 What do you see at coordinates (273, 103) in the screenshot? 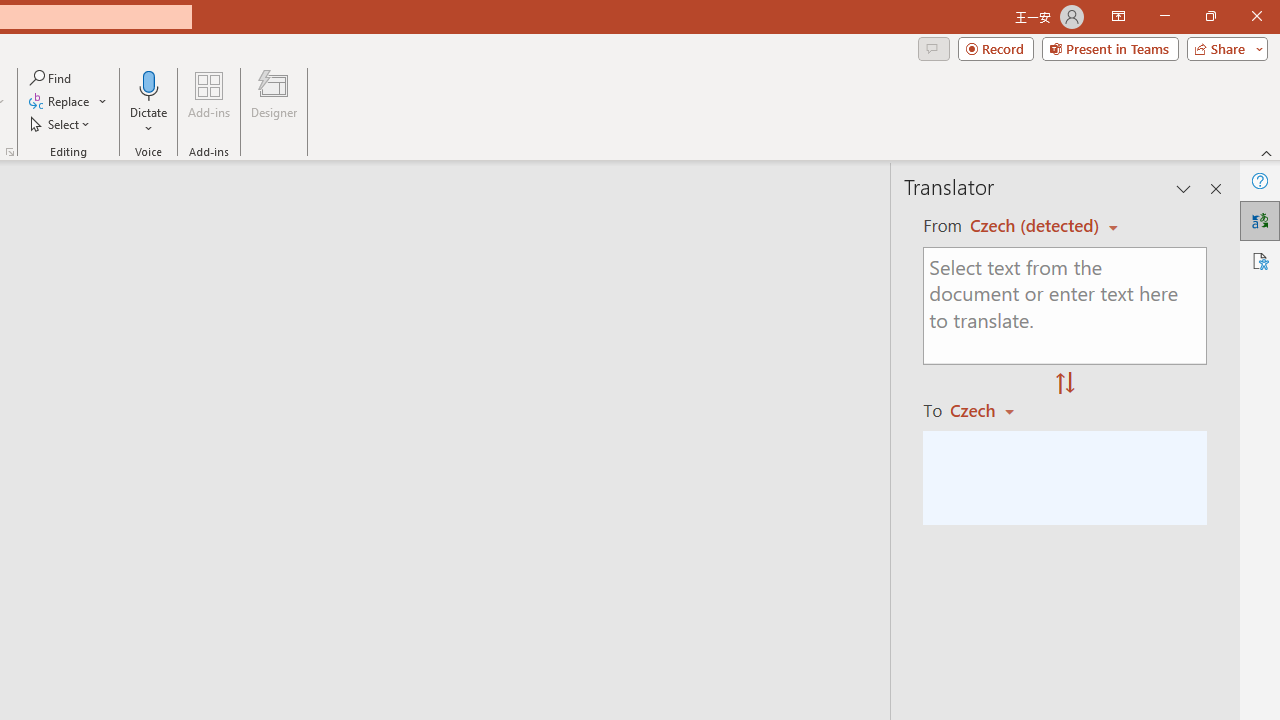
I see `'Designer'` at bounding box center [273, 103].